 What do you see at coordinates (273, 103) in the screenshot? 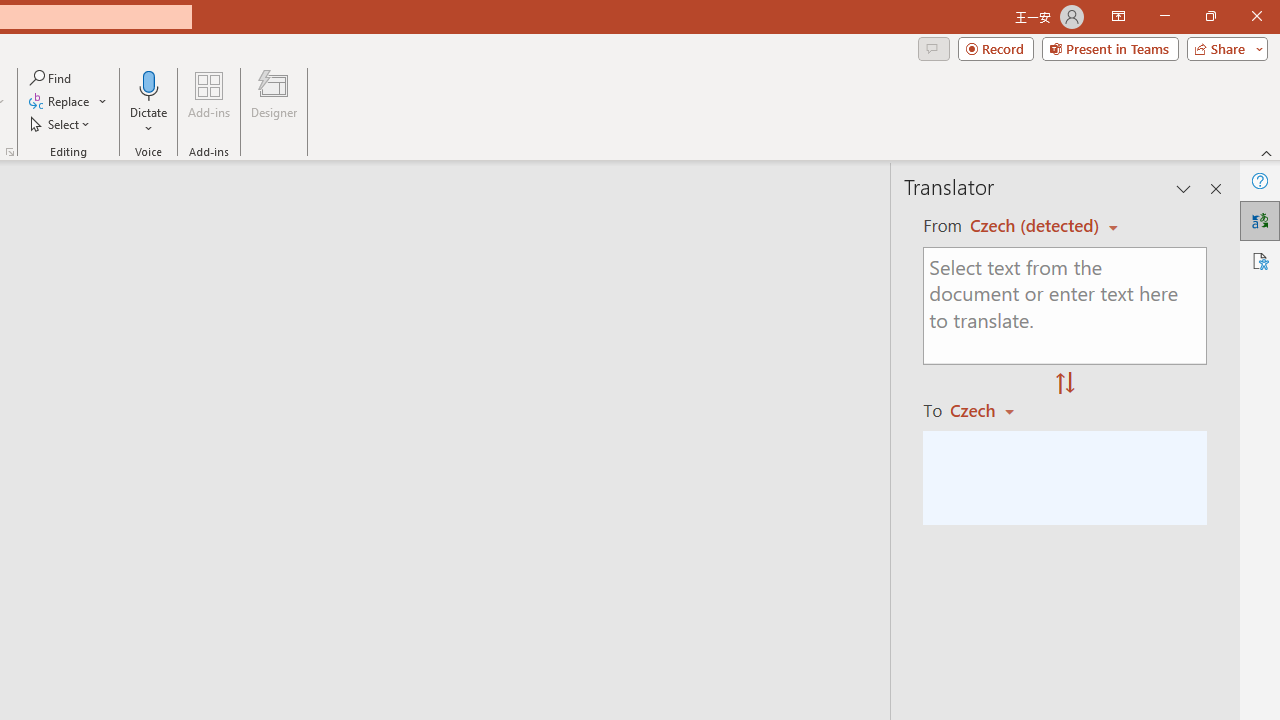
I see `'Designer'` at bounding box center [273, 103].